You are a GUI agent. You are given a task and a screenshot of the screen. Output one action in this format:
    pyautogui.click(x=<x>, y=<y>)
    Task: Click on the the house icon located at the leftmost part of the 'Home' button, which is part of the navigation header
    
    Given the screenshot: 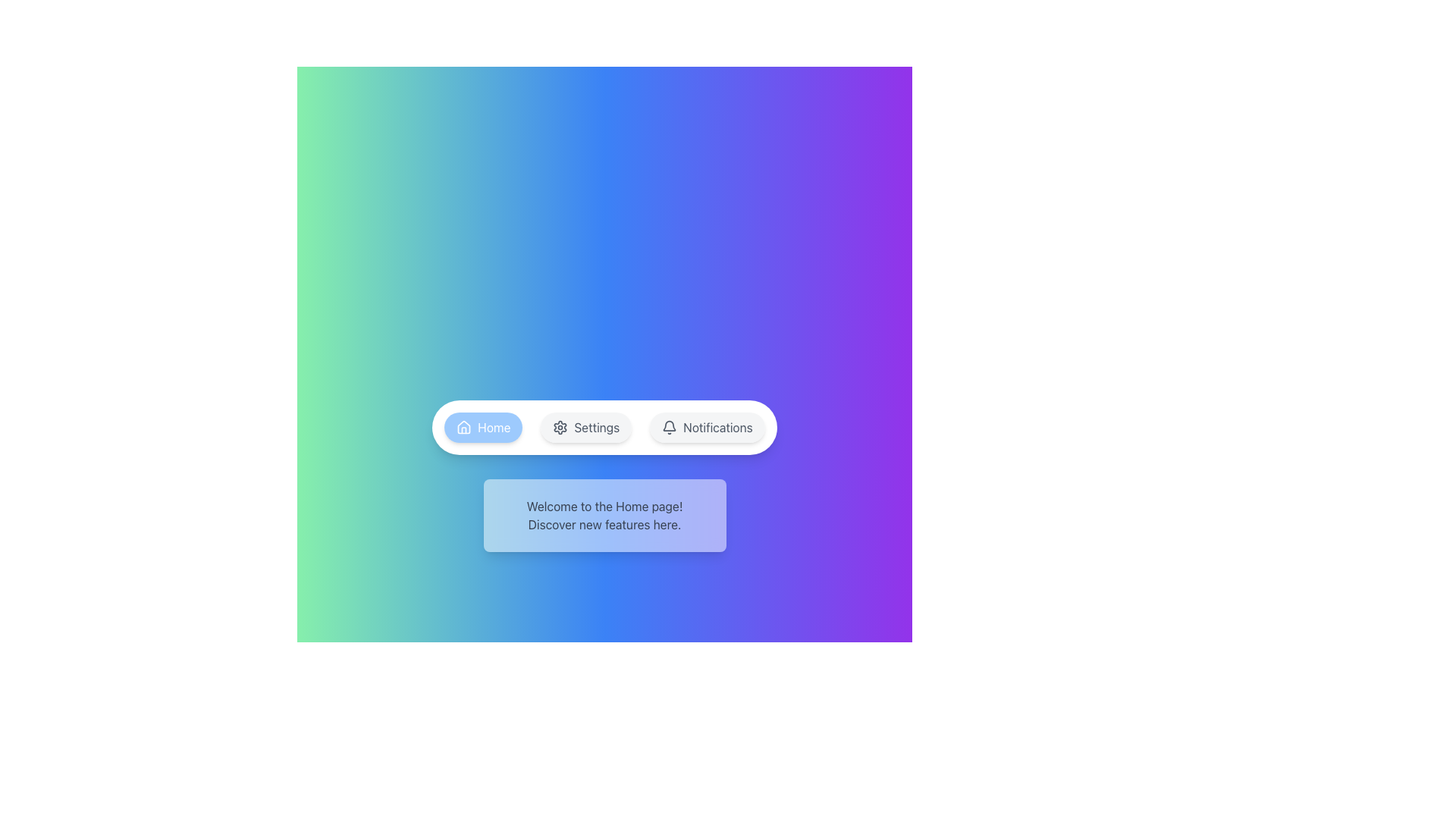 What is the action you would take?
    pyautogui.click(x=463, y=427)
    